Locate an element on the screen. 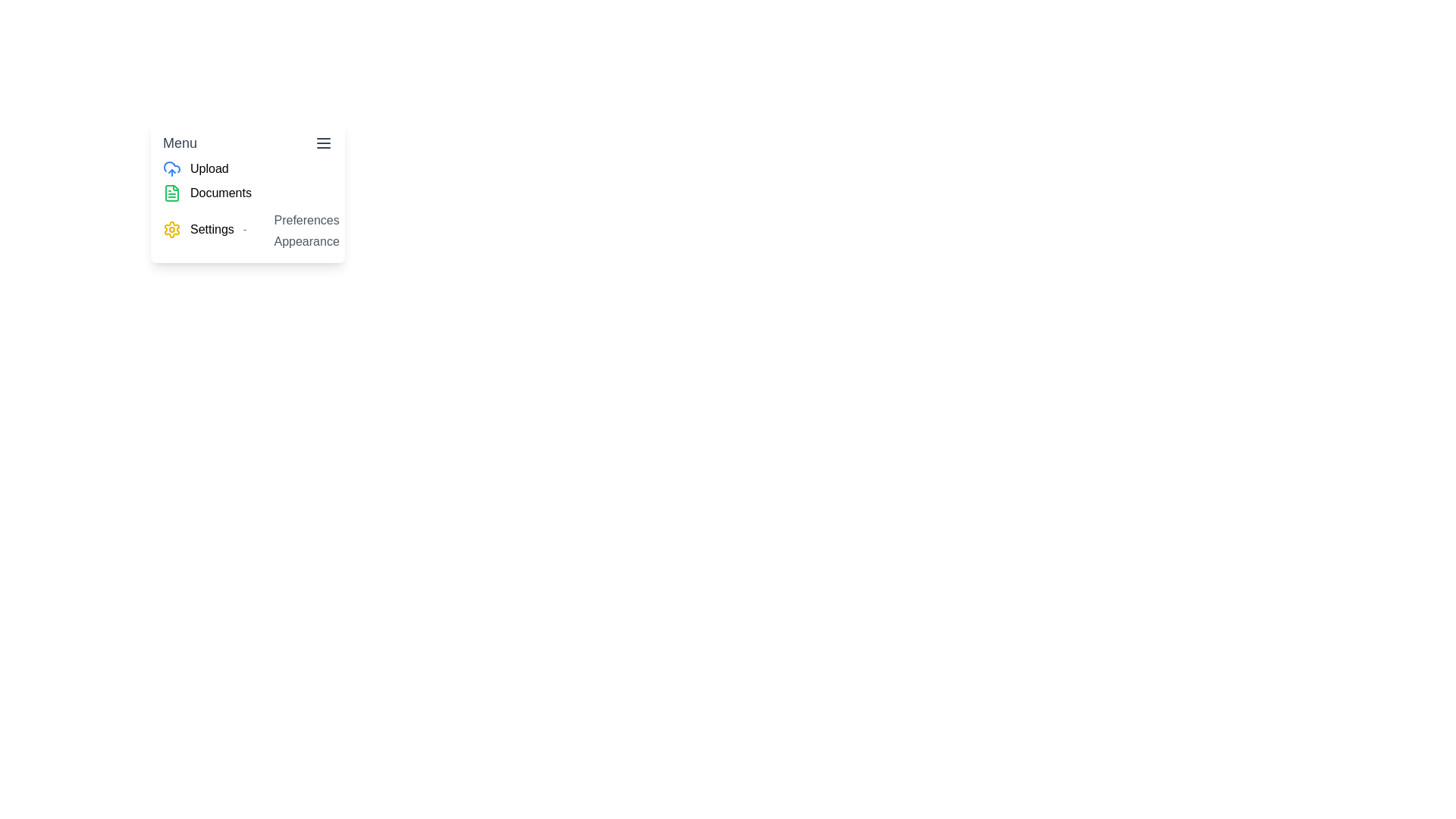  the 'Settings' icon located in the top-left quadrant of the interface, which visually represents the concept of 'Settings' and is positioned directly to the left of the 'Settings' text is located at coordinates (171, 230).